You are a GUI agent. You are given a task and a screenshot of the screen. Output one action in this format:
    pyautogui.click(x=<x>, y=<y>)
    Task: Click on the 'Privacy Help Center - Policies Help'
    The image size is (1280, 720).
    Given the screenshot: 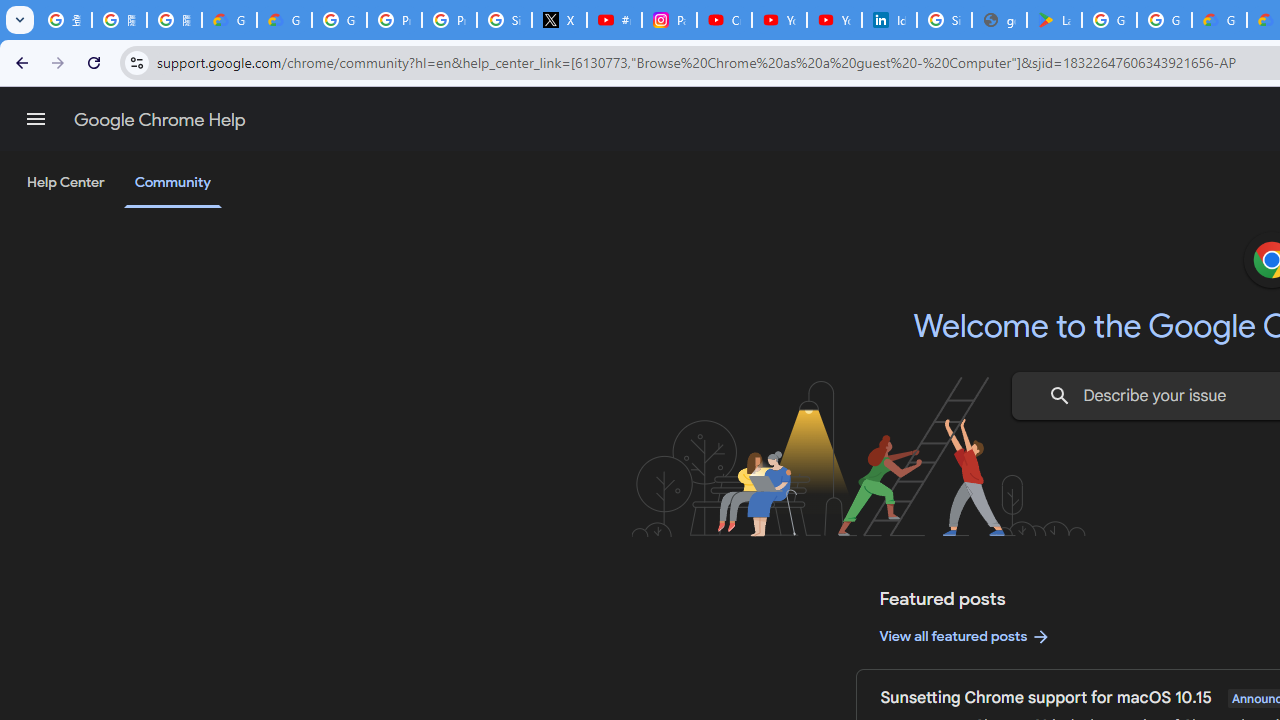 What is the action you would take?
    pyautogui.click(x=394, y=20)
    